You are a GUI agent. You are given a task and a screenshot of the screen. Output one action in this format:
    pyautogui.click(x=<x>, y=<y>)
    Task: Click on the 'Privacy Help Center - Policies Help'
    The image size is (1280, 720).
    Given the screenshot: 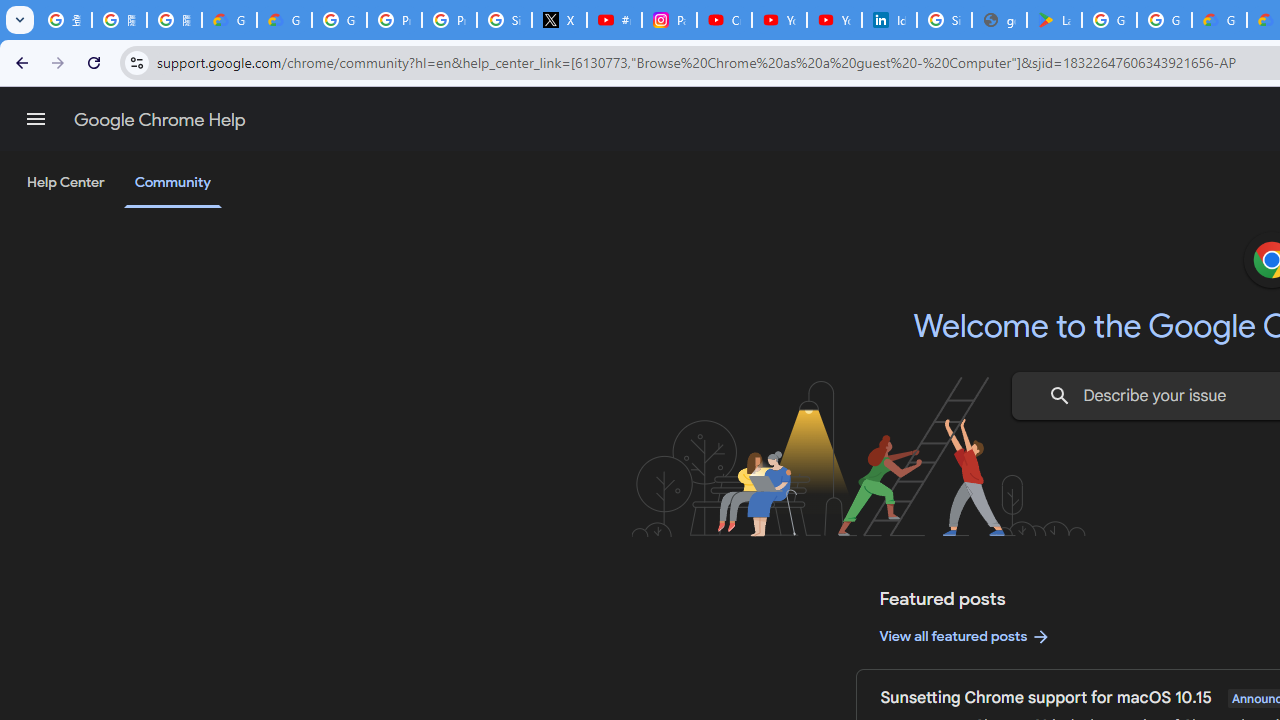 What is the action you would take?
    pyautogui.click(x=394, y=20)
    